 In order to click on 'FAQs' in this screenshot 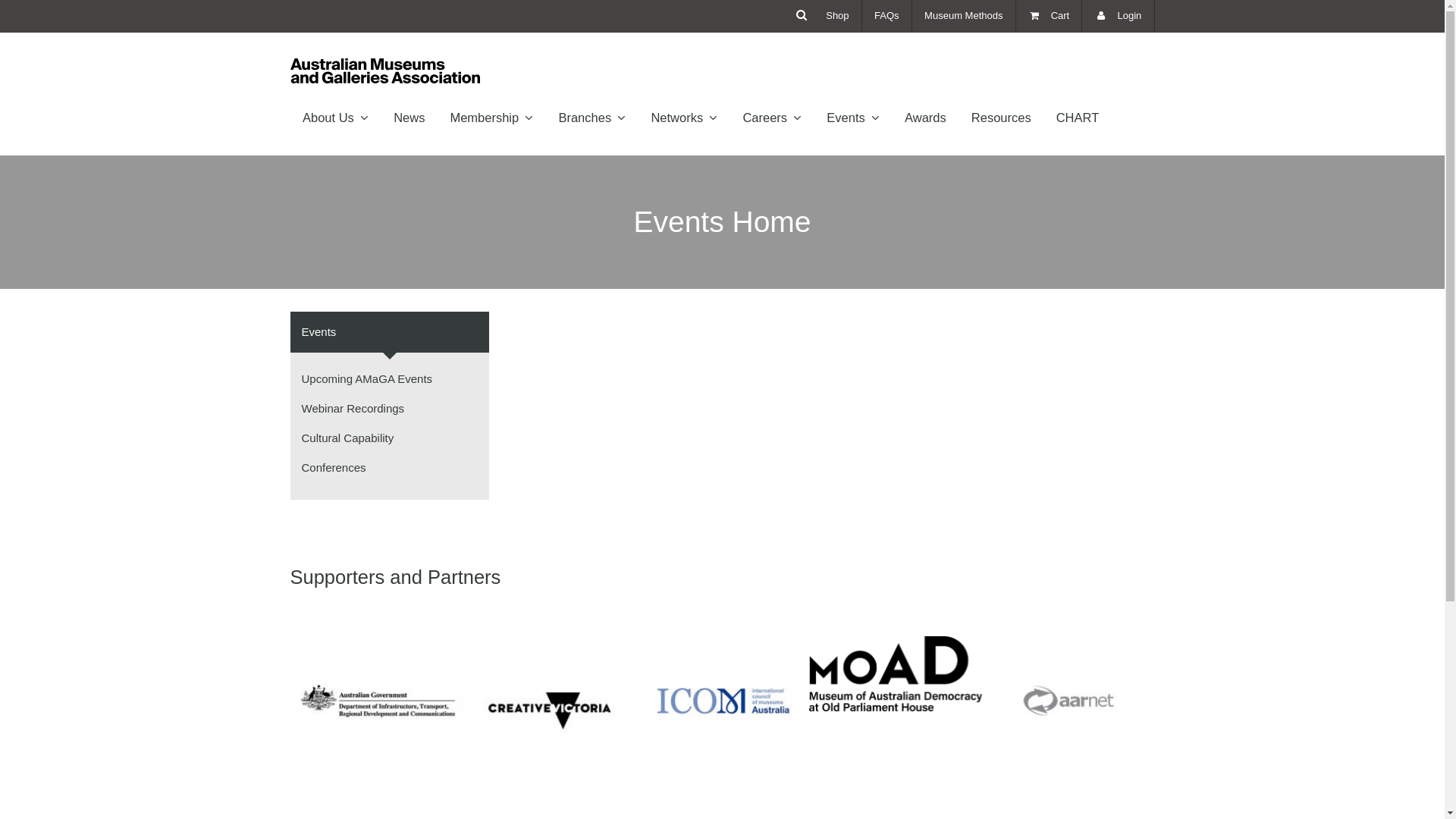, I will do `click(862, 16)`.